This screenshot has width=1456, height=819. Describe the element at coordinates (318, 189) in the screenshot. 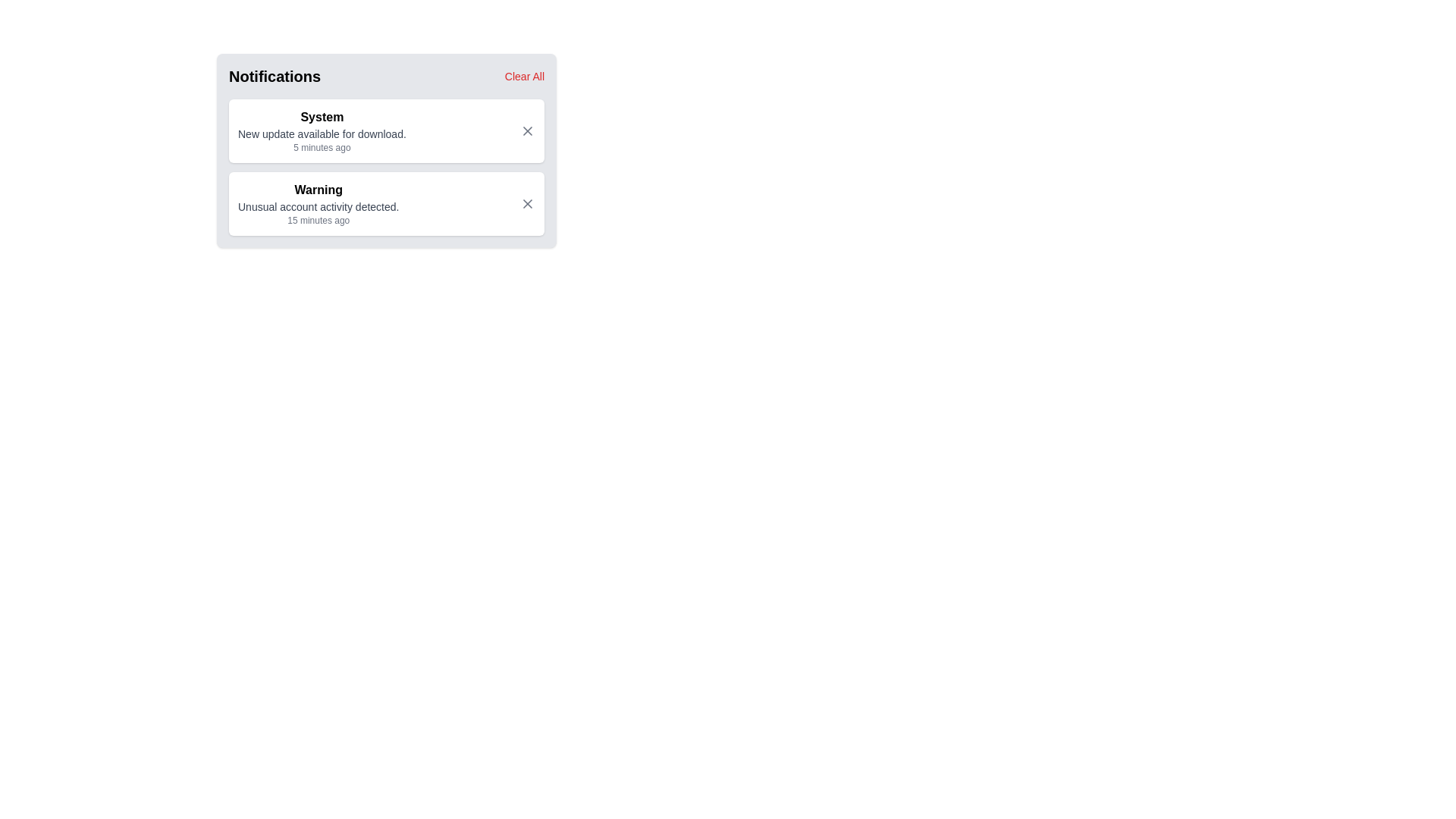

I see `the header text of the second notification card, which indicates the category of the notification, positioned at the top-center of the card` at that location.